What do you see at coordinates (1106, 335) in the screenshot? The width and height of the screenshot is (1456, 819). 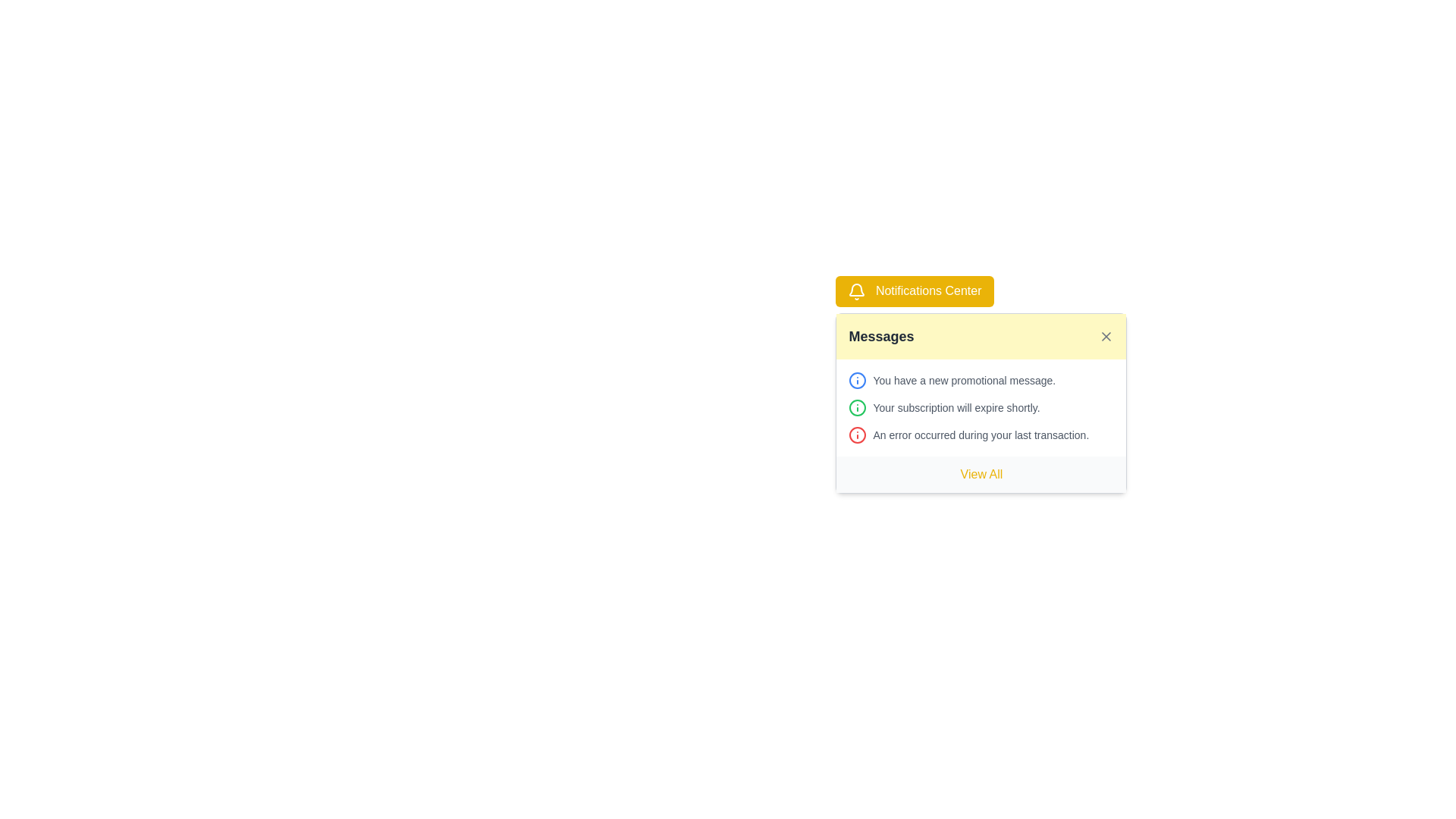 I see `the close or dismiss icon located in the top-right corner of the 'Messages' panel` at bounding box center [1106, 335].